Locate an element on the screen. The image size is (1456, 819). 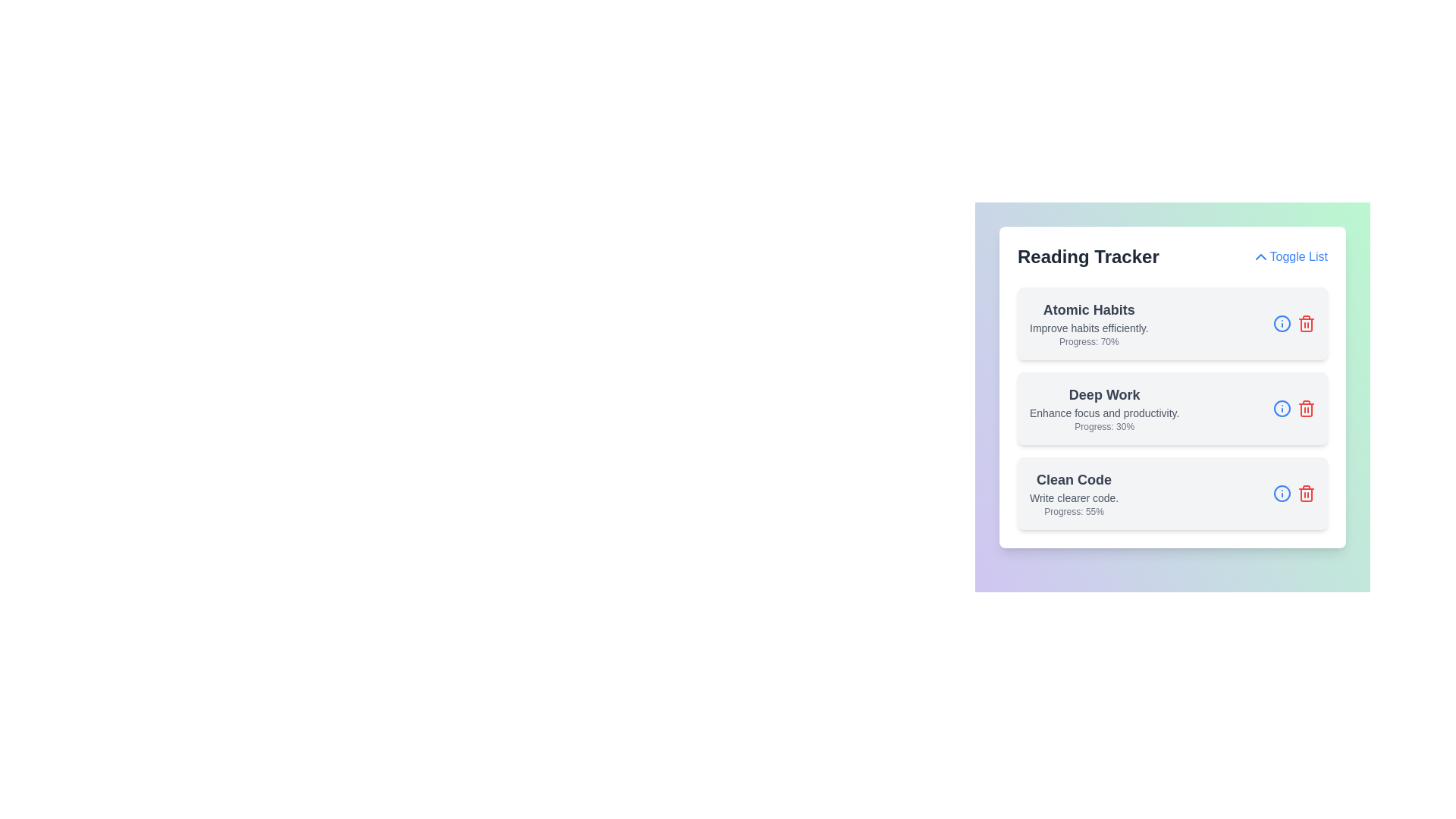
text content 'Write clearer code.' which is styled in a smaller gray font and located under the heading 'Clean Code.' is located at coordinates (1073, 497).